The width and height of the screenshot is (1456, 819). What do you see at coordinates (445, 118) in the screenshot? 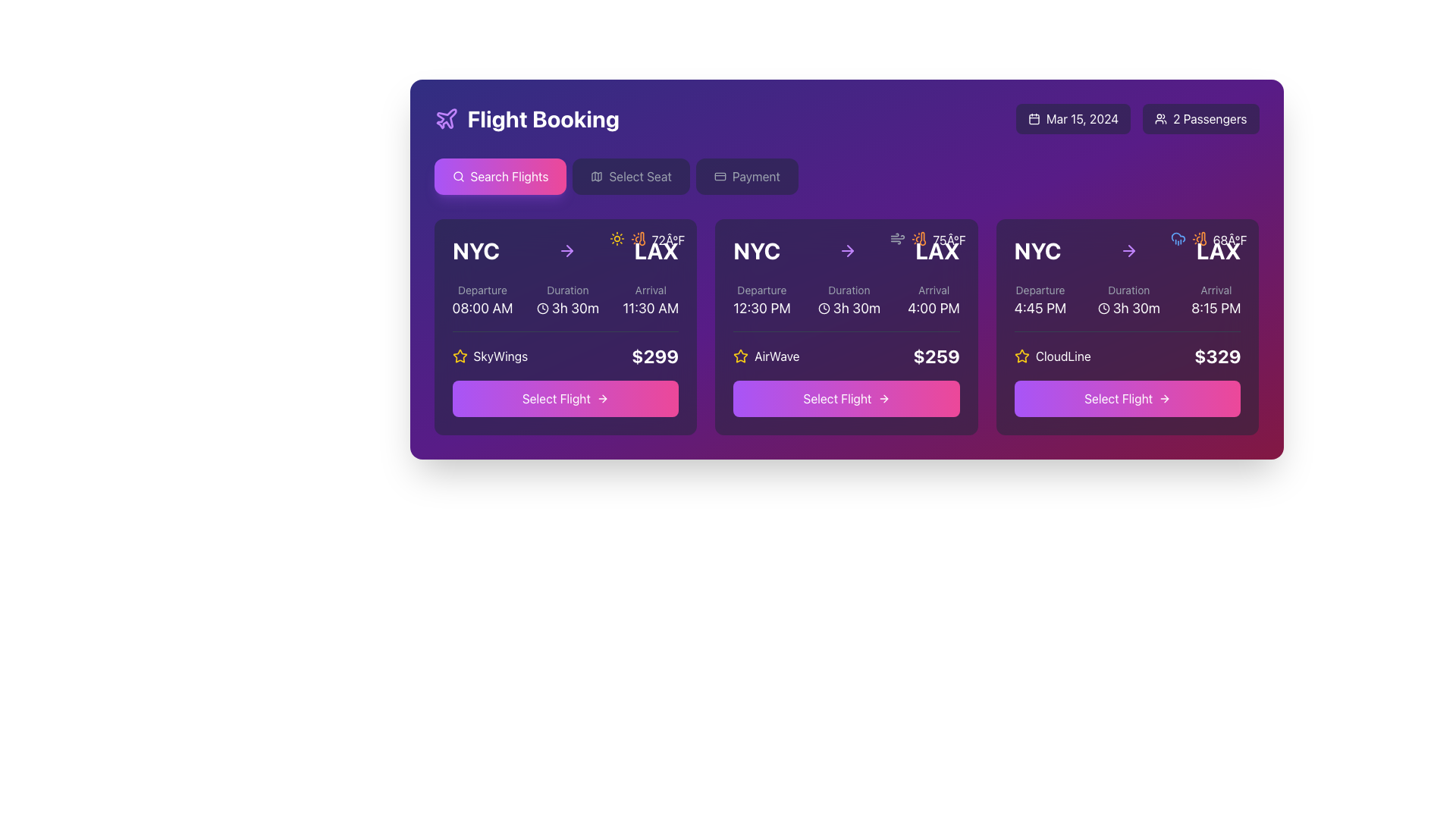
I see `the flight-related icon located to the left of the 'Flight Booking' text in the header section of the interface` at bounding box center [445, 118].